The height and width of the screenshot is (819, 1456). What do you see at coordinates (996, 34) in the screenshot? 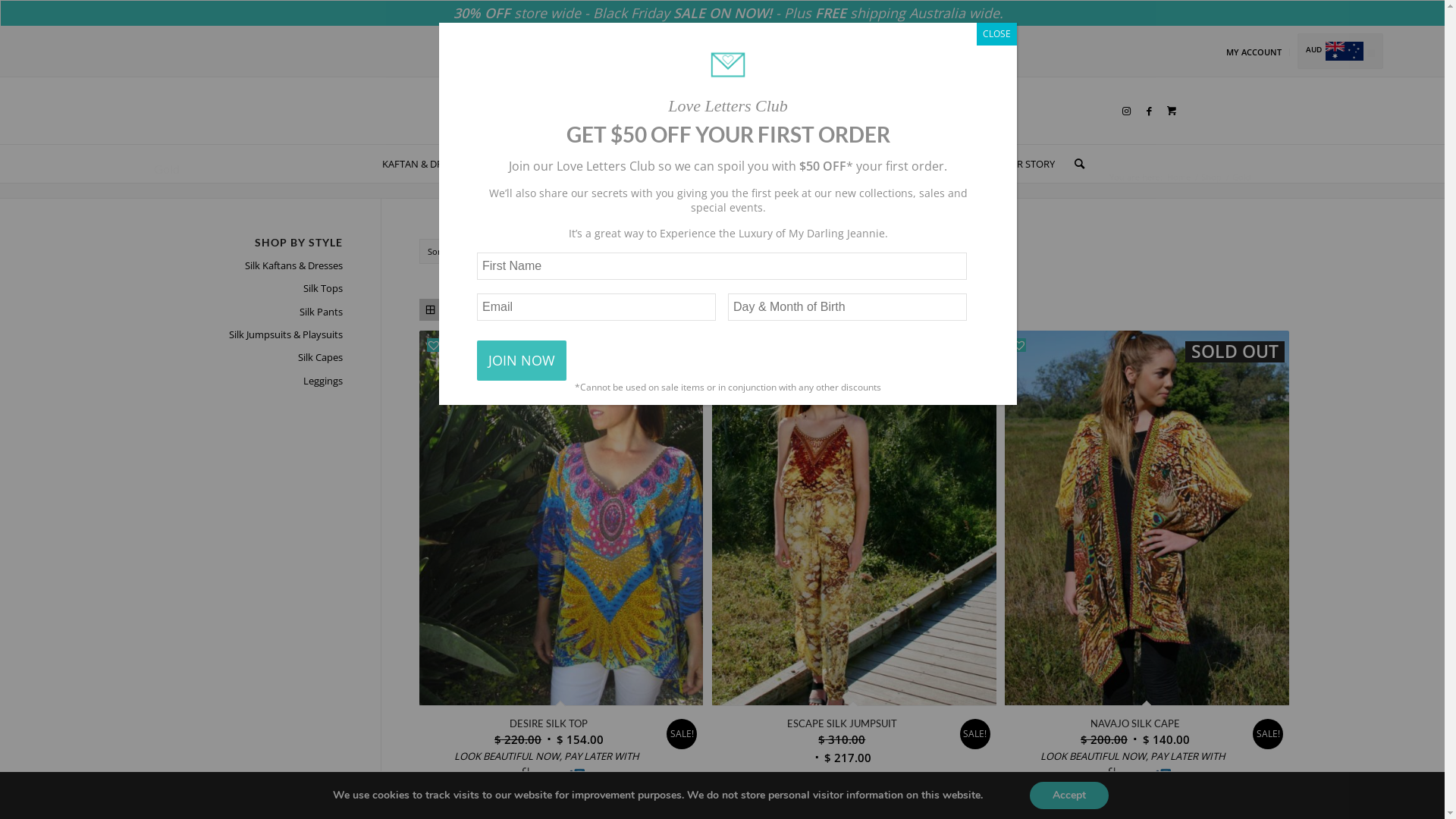
I see `'CLOSE'` at bounding box center [996, 34].